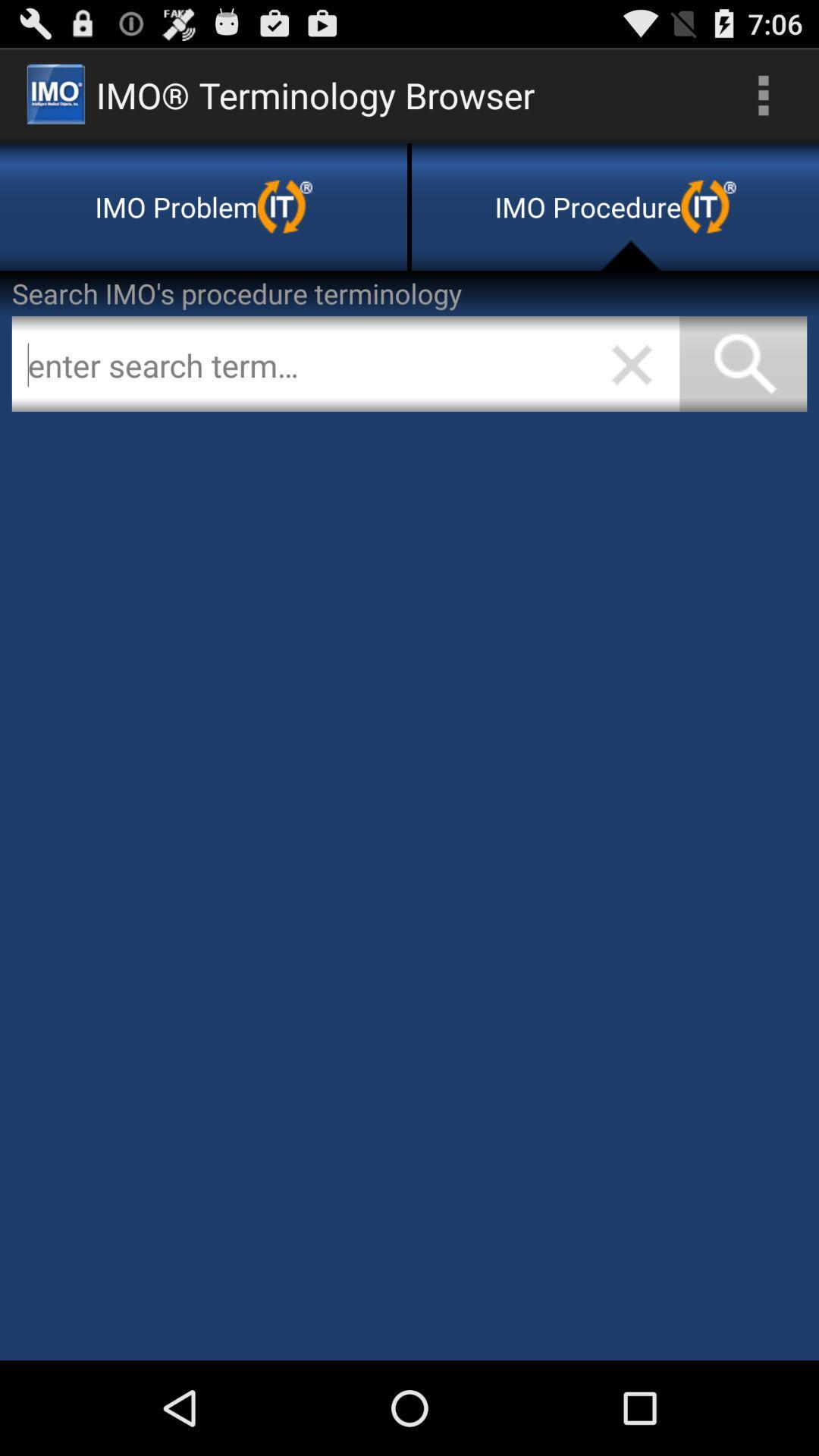  What do you see at coordinates (345, 364) in the screenshot?
I see `search` at bounding box center [345, 364].